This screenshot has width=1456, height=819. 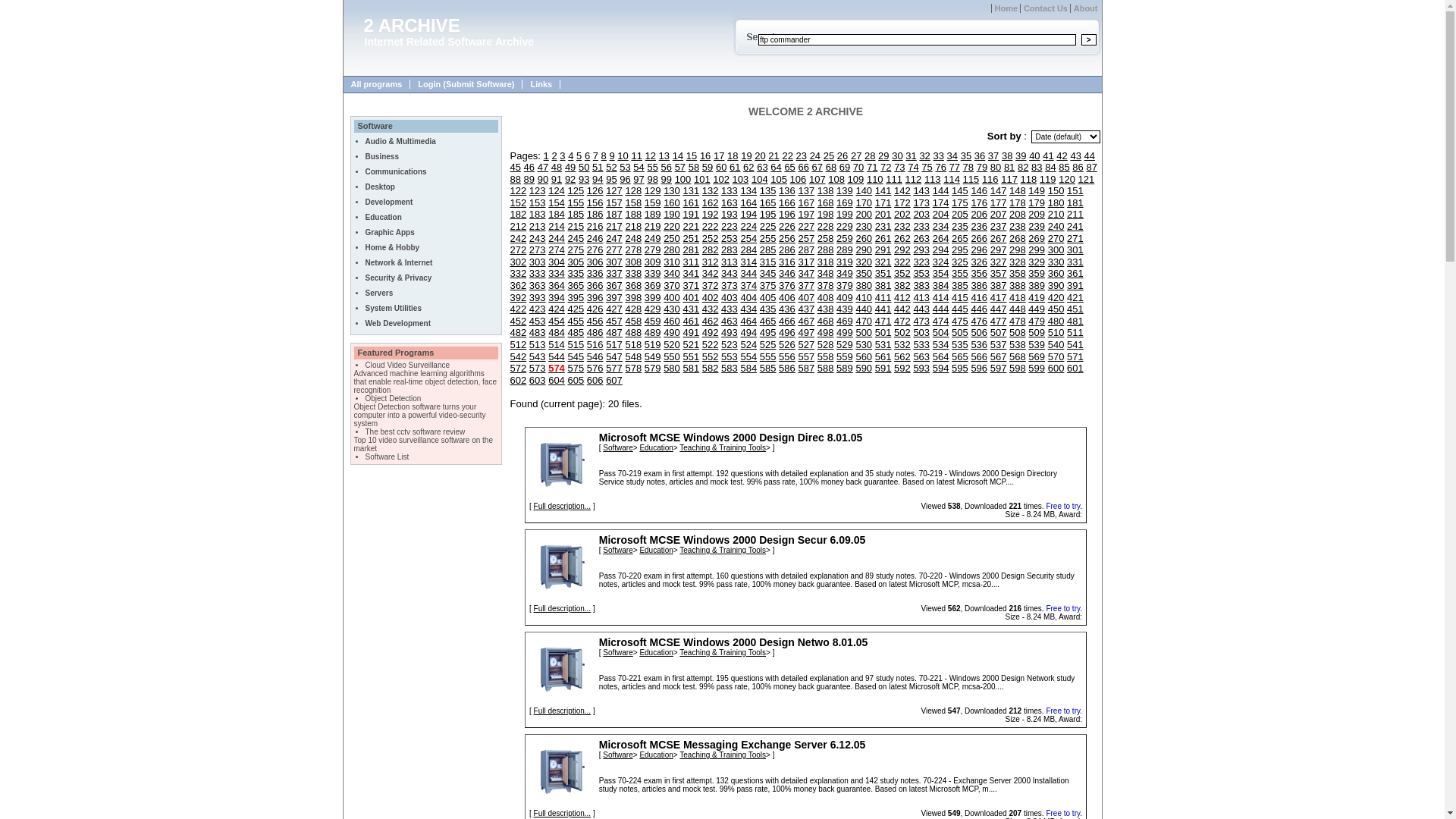 What do you see at coordinates (538, 190) in the screenshot?
I see `'123'` at bounding box center [538, 190].